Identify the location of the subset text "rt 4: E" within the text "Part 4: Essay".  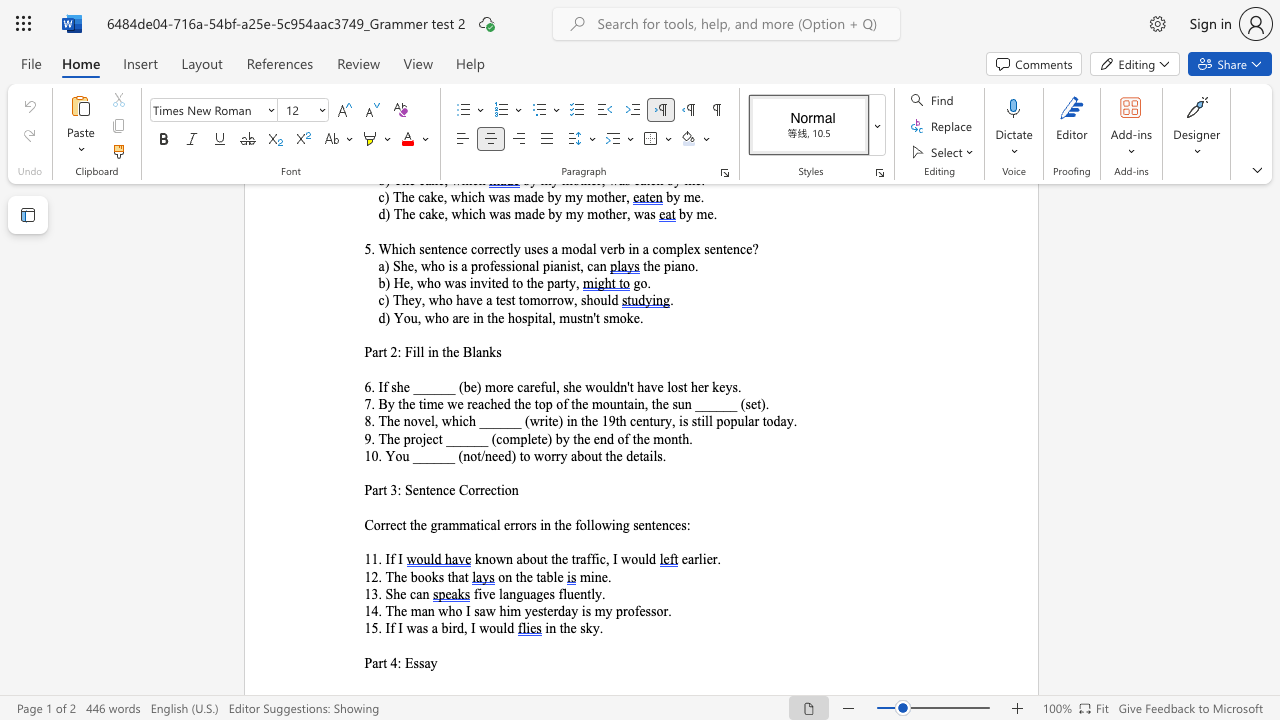
(378, 663).